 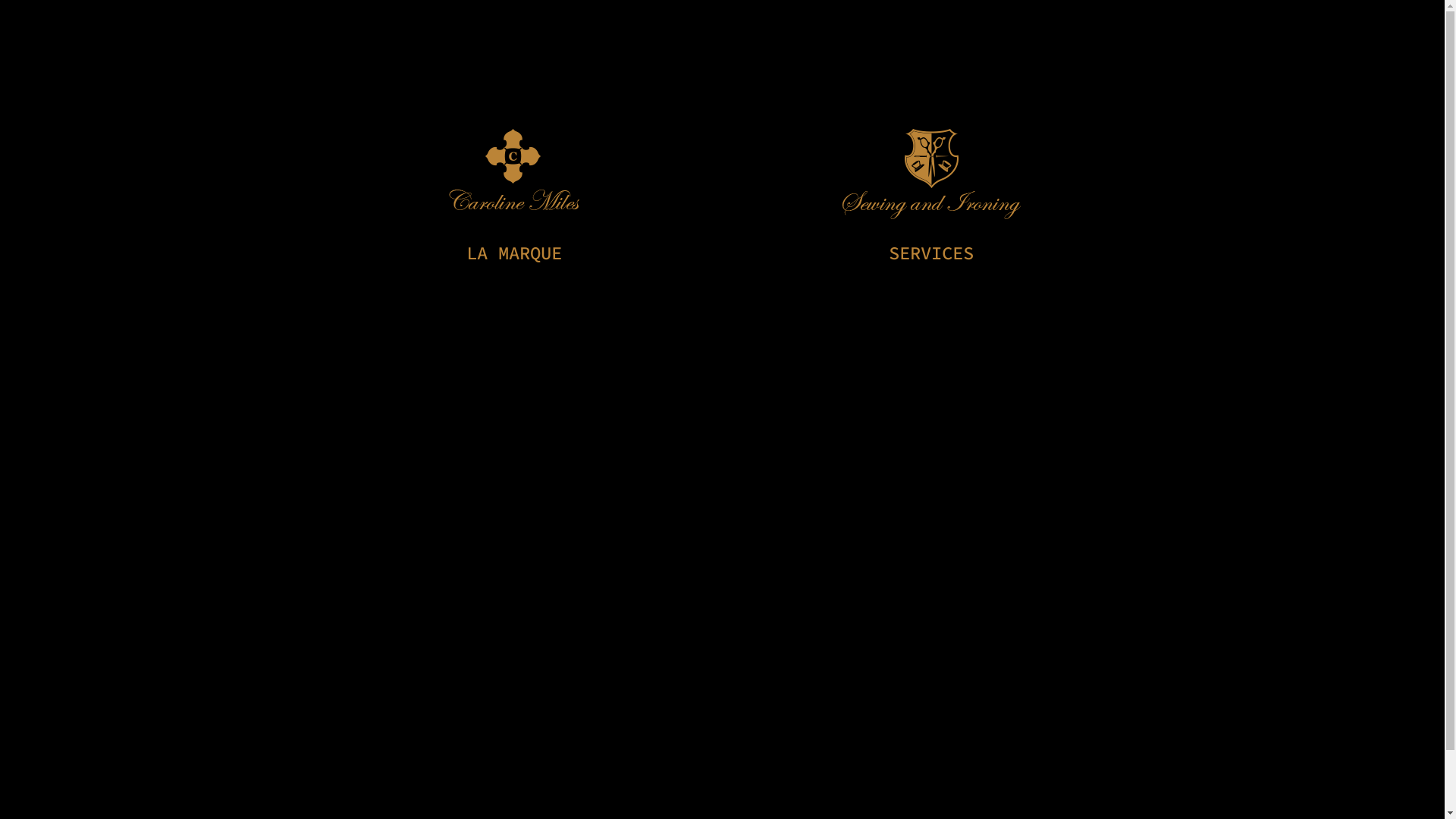 I want to click on 'SERVICES', so click(x=930, y=252).